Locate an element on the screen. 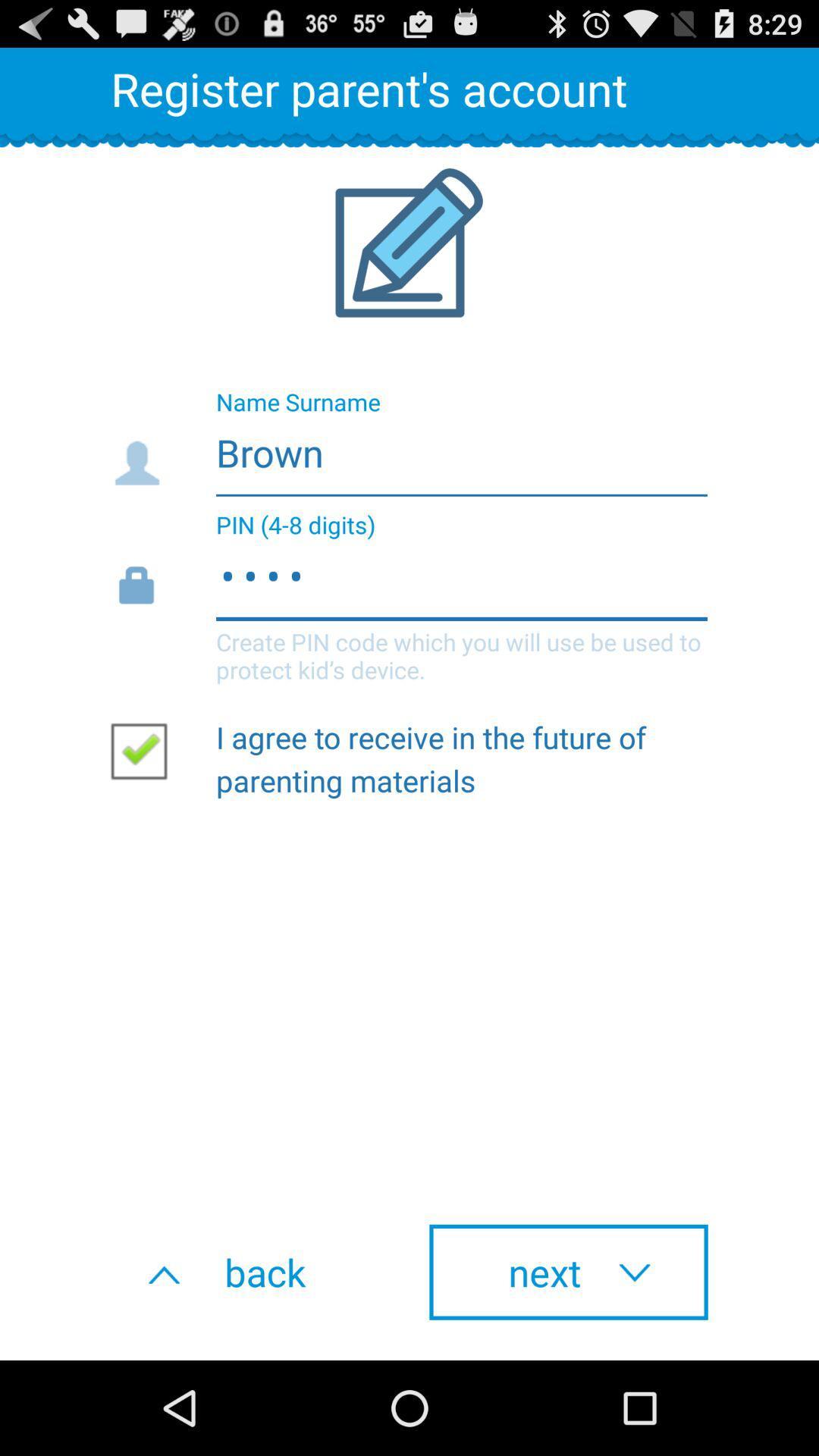 The image size is (819, 1456). item below brown item is located at coordinates (408, 598).